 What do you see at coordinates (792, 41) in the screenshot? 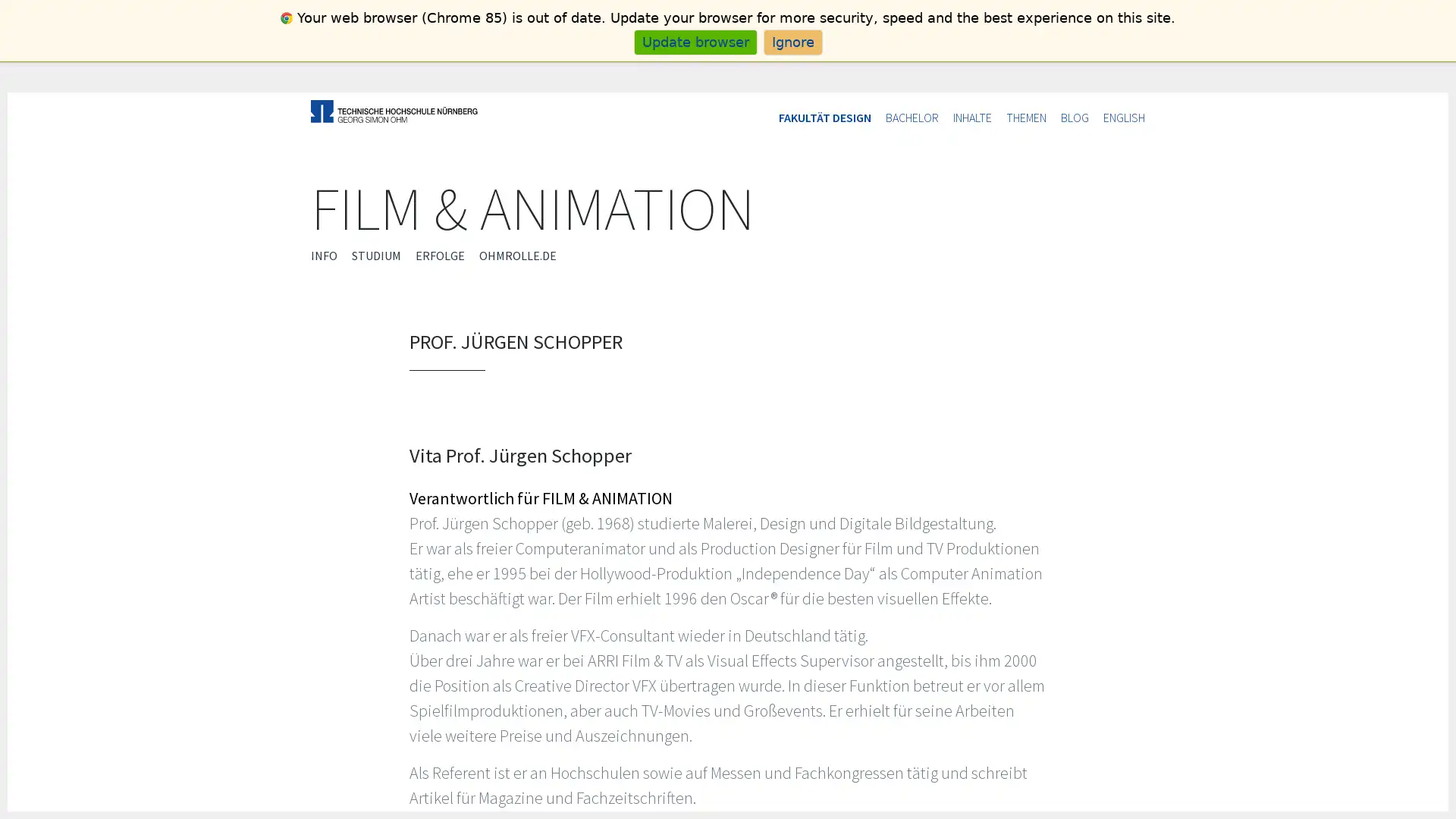
I see `Ignore` at bounding box center [792, 41].